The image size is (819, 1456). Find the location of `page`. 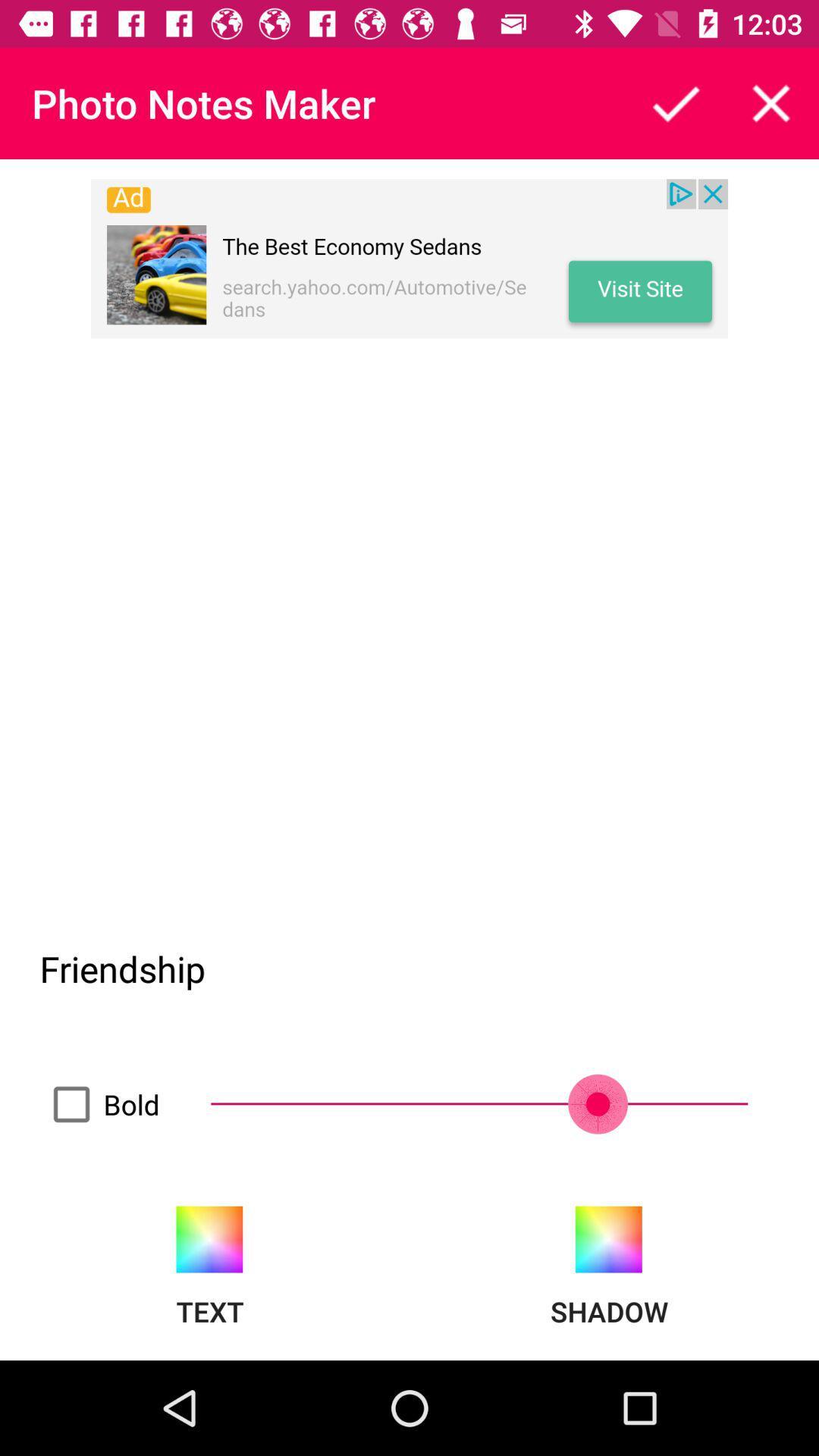

page is located at coordinates (771, 102).